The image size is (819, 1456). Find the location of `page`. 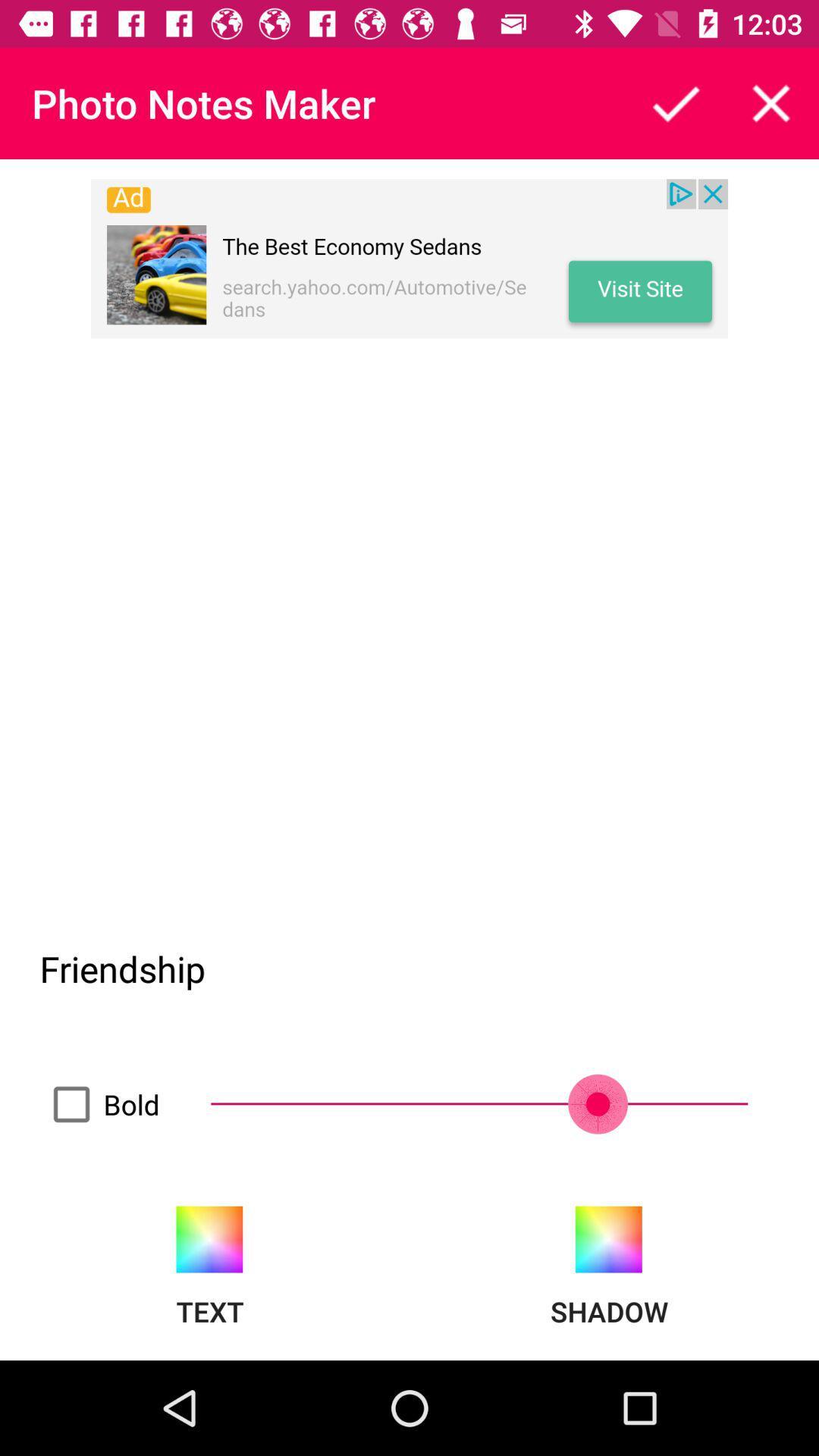

page is located at coordinates (771, 102).